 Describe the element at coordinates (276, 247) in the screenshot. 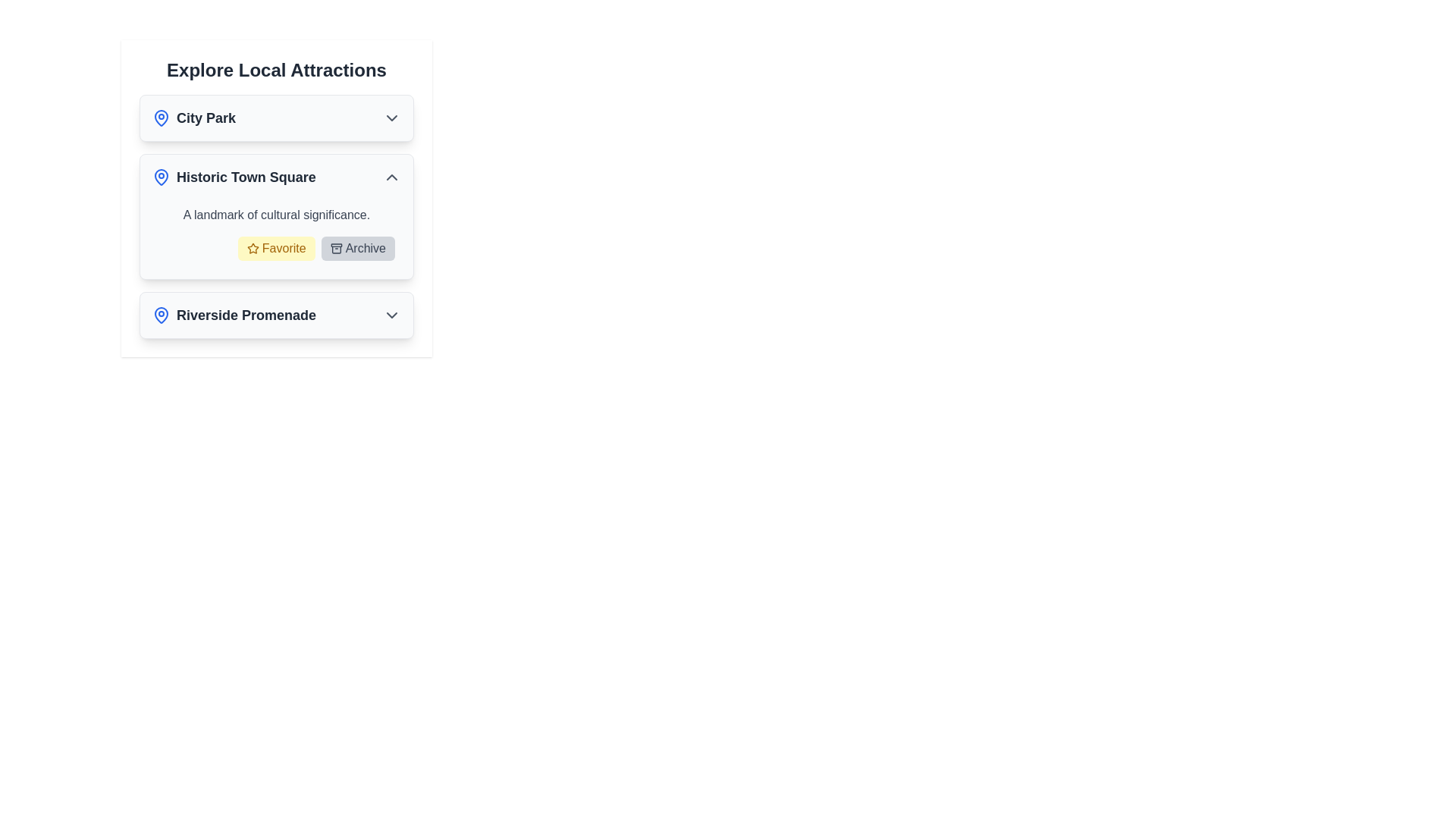

I see `the favorite button for the 'Historic Town Square' item located under 'Explore Local Attractions'` at that location.